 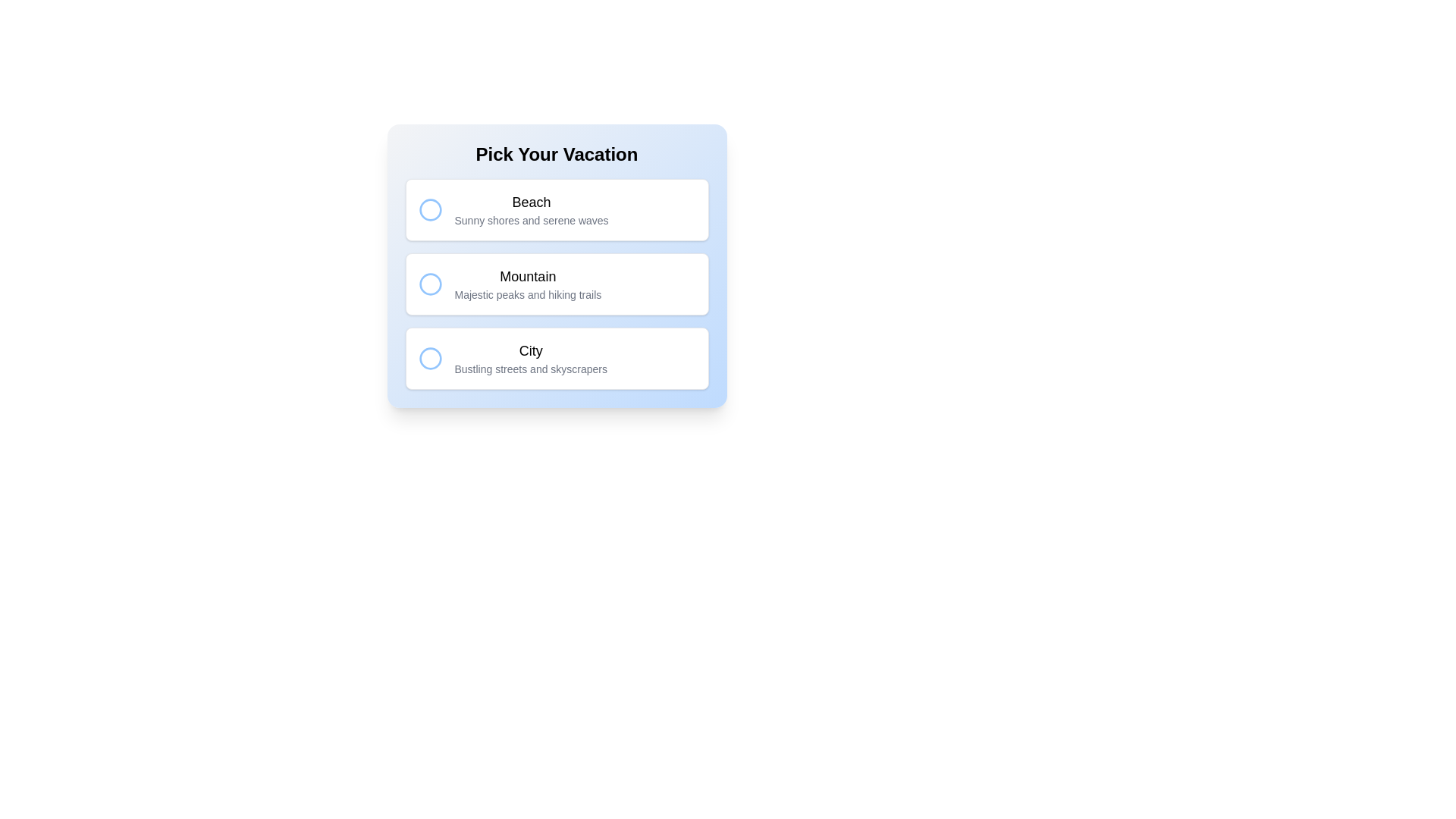 I want to click on descriptive text label providing additional information about the 'City' option, positioned below the 'City' label, so click(x=531, y=369).